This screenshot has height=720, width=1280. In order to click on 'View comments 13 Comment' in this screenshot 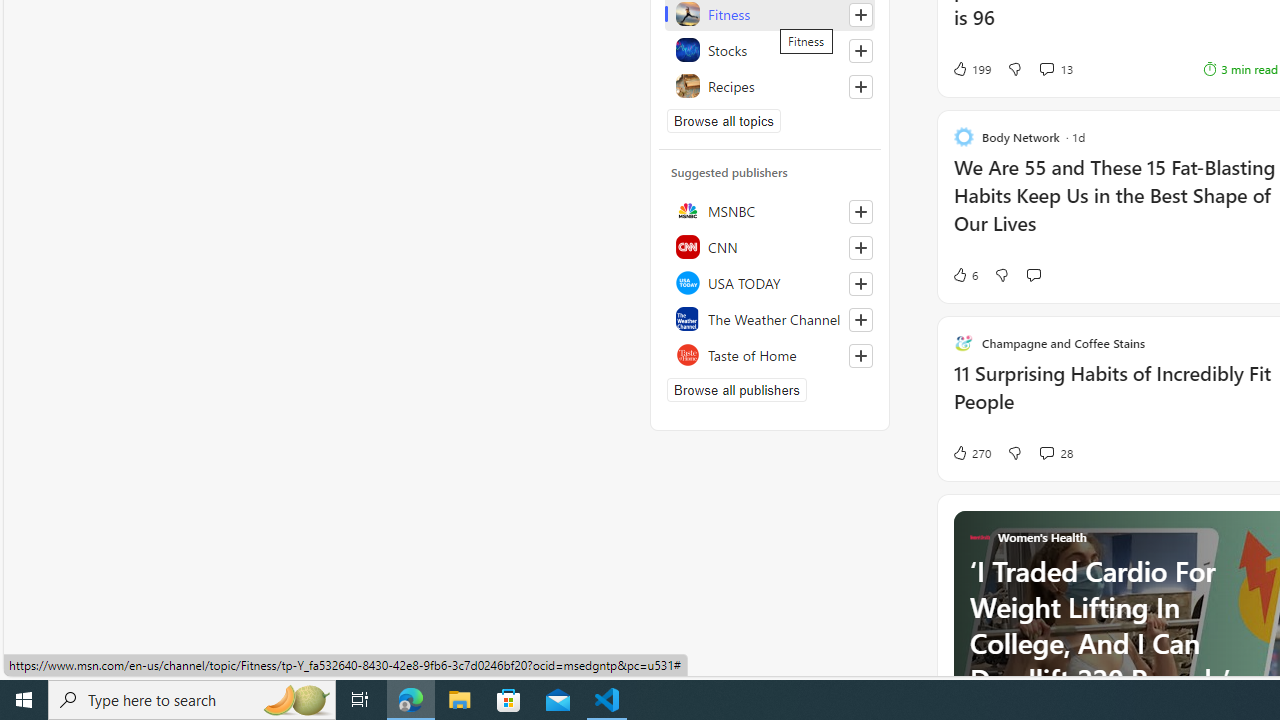, I will do `click(1045, 68)`.